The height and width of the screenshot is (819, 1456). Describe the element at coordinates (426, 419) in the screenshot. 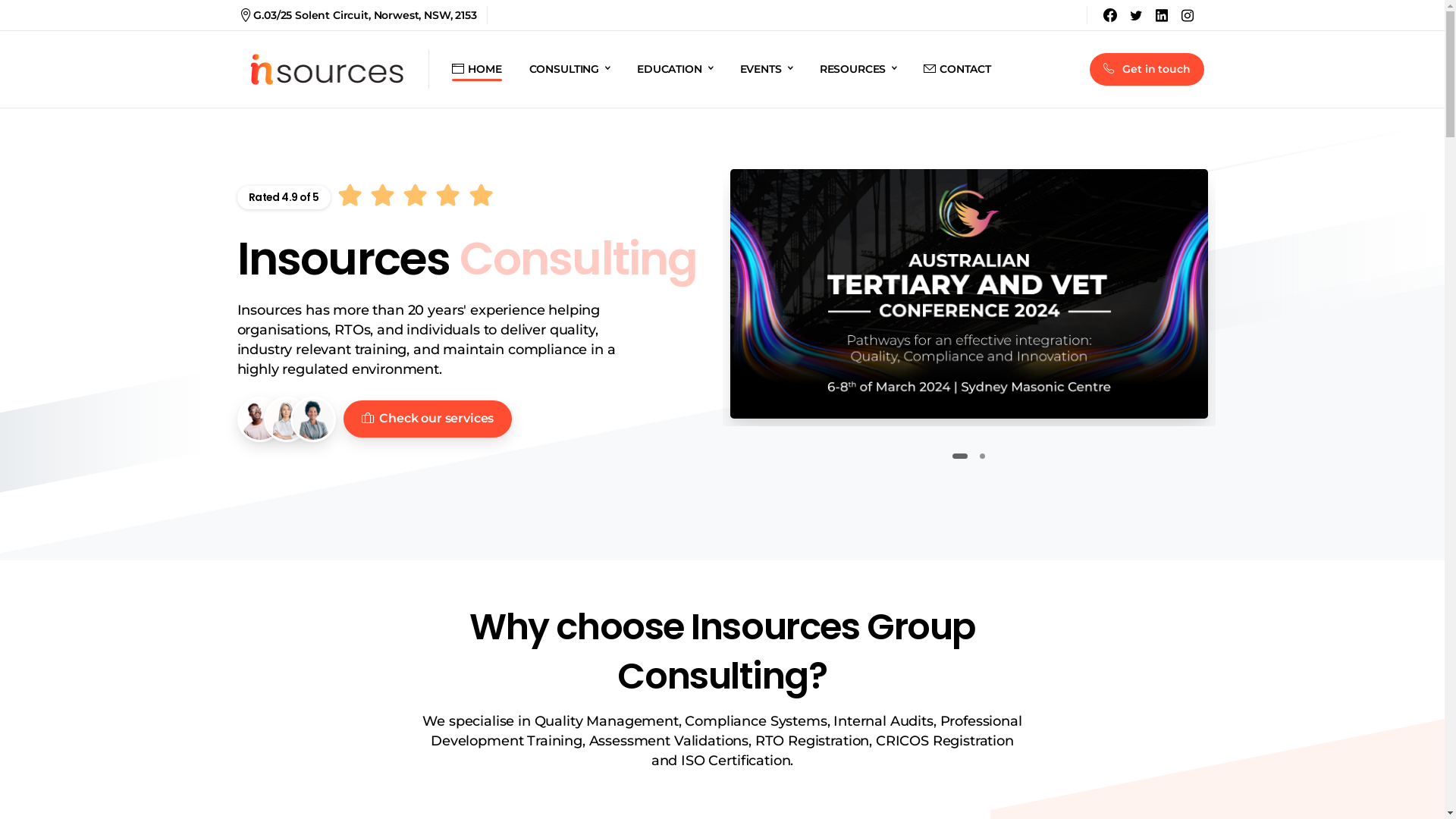

I see `'Check our services'` at that location.